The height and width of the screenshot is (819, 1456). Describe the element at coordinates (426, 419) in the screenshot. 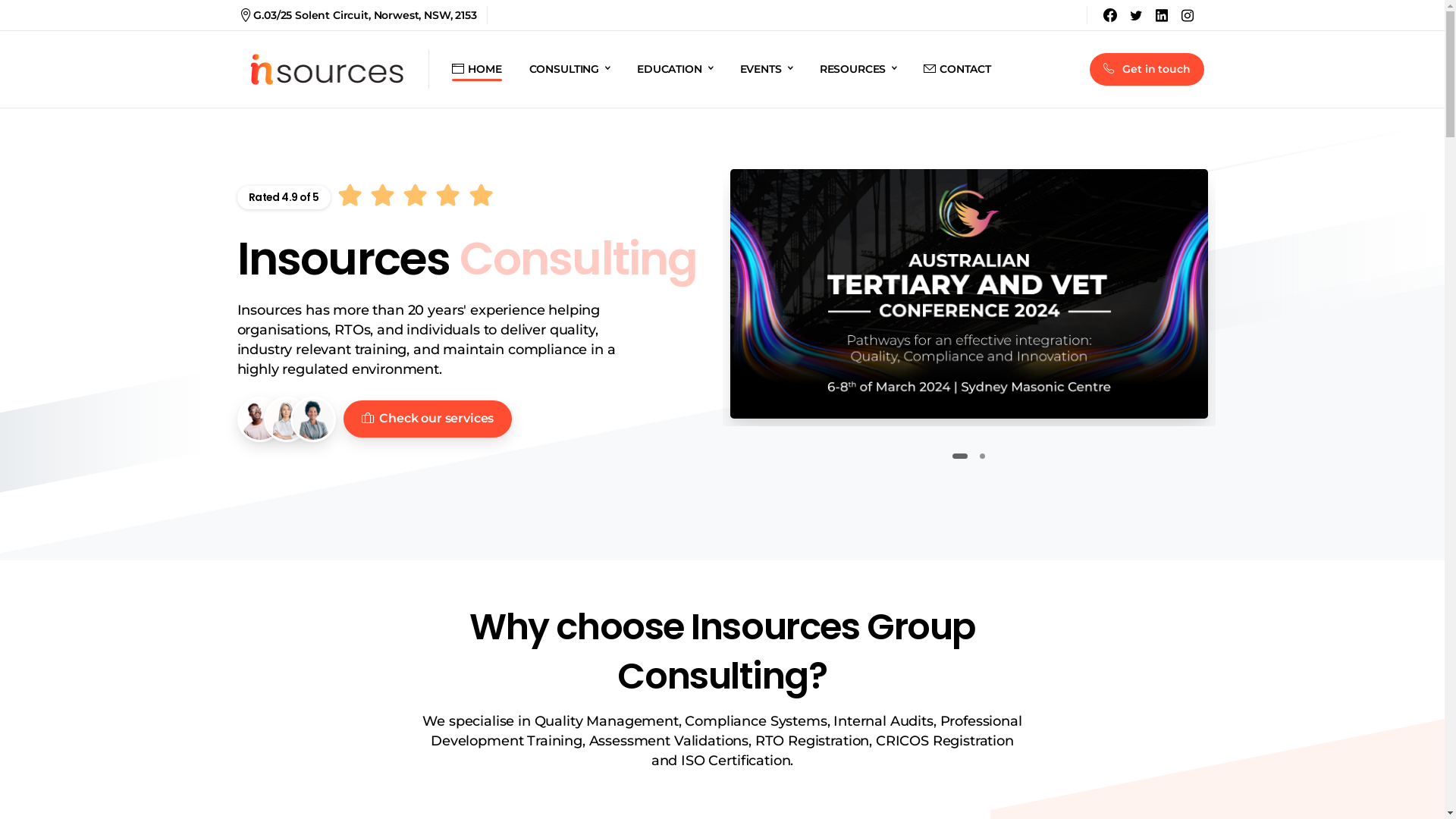

I see `'Check our services'` at that location.